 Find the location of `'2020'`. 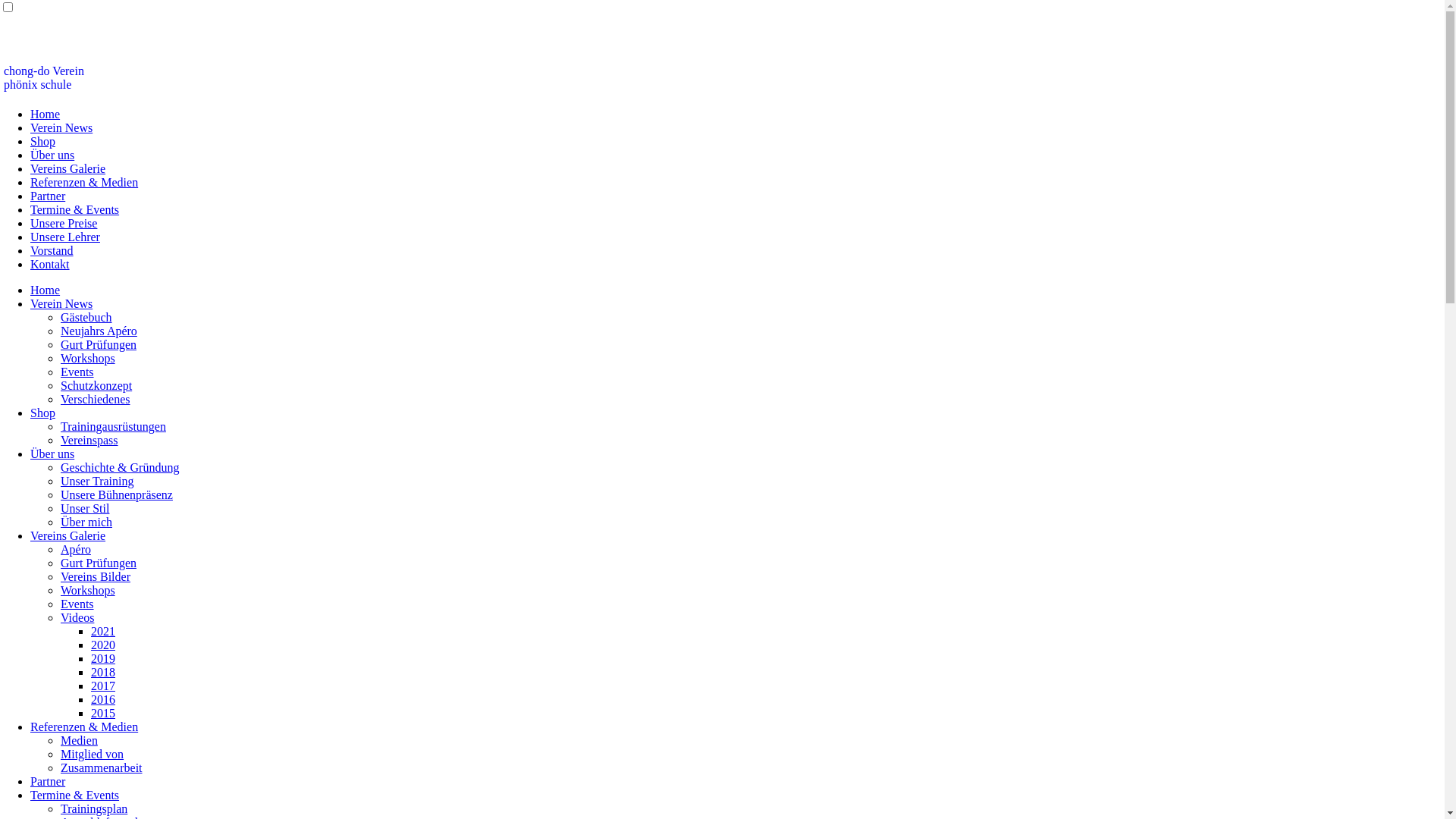

'2020' is located at coordinates (102, 645).